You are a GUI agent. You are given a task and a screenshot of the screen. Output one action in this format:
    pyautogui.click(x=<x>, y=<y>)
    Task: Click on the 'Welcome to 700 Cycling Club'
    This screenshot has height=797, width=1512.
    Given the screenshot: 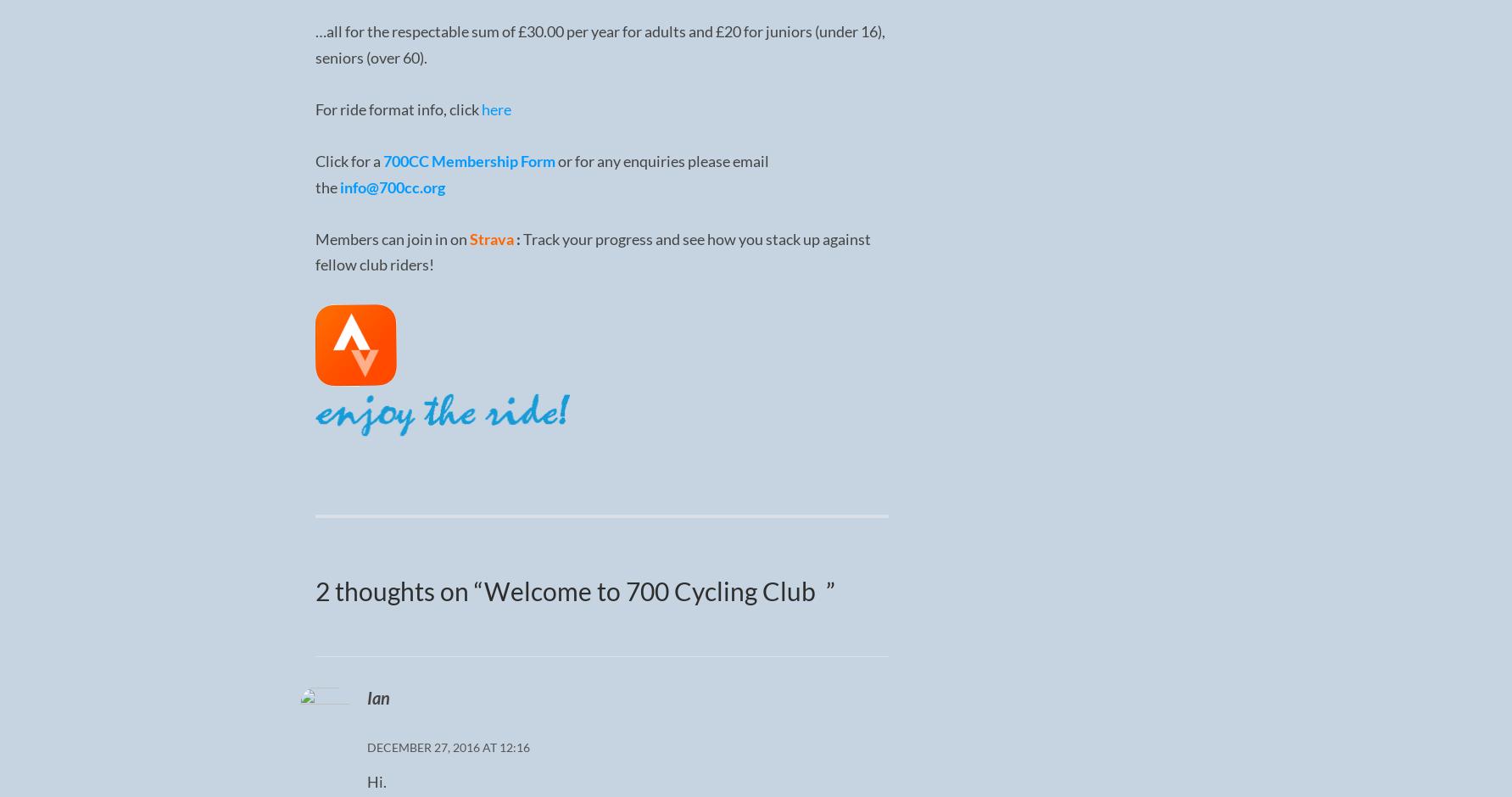 What is the action you would take?
    pyautogui.click(x=653, y=588)
    